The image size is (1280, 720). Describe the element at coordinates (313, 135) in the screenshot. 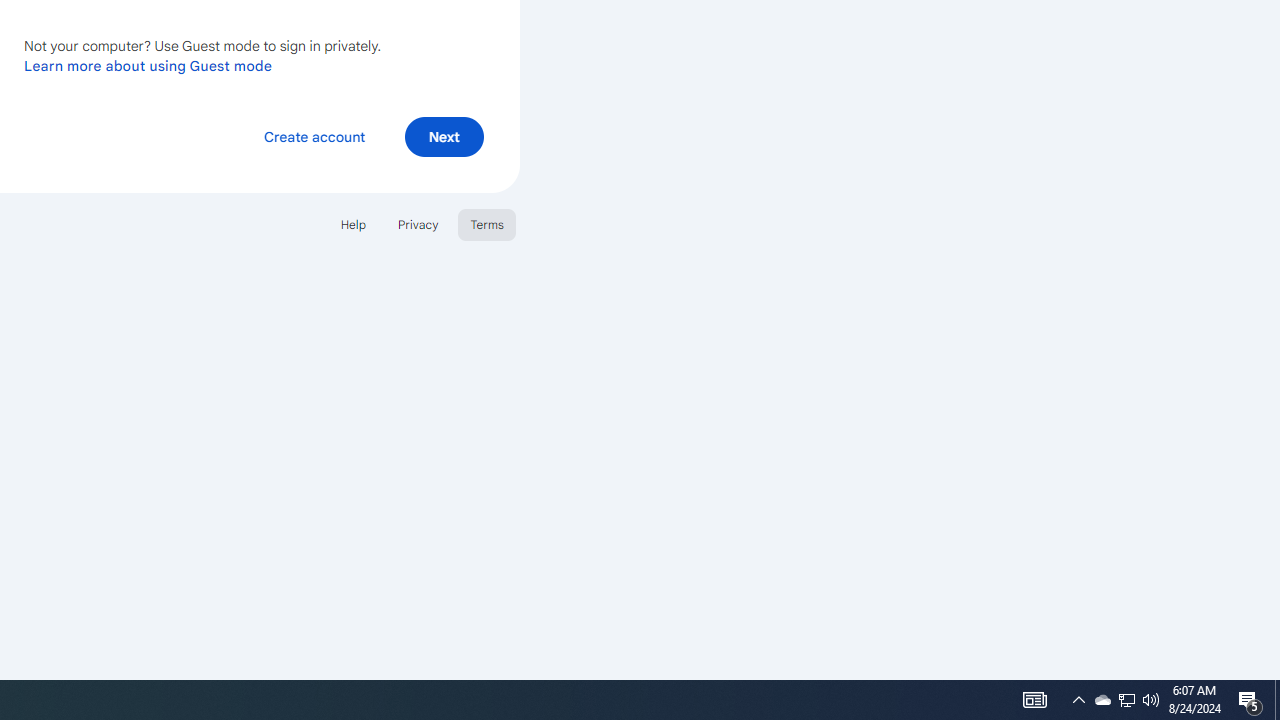

I see `'Create account'` at that location.